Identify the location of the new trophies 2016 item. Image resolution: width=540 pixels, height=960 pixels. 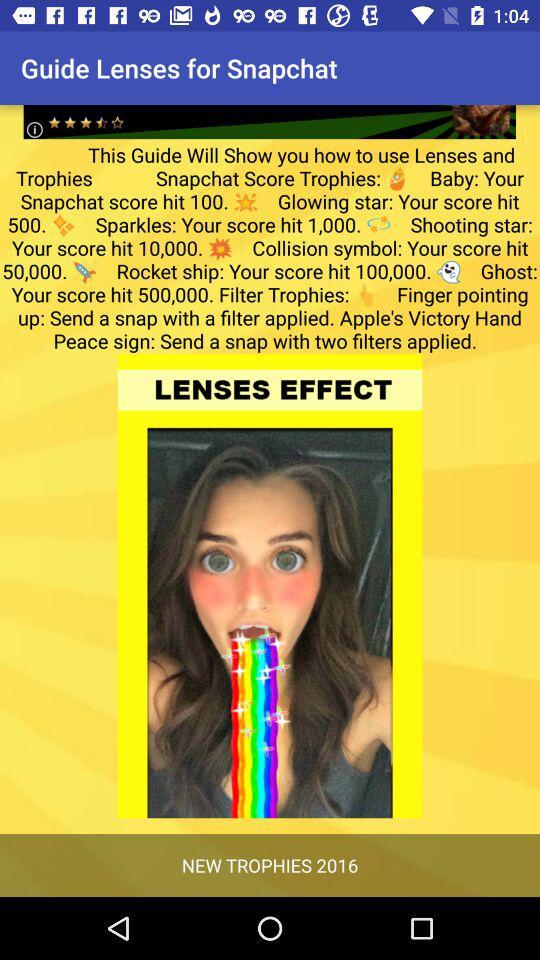
(270, 864).